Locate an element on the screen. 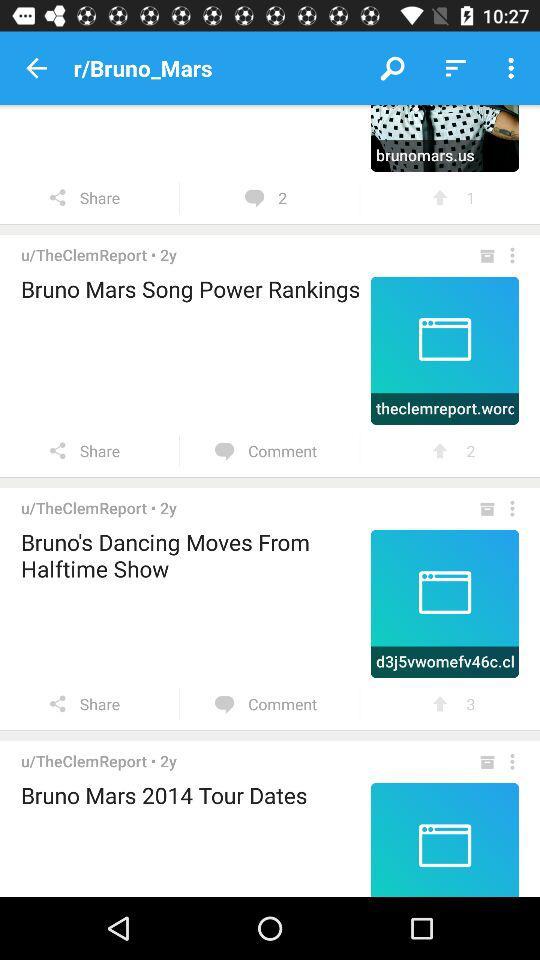 This screenshot has height=960, width=540. the third thumbnail is located at coordinates (445, 603).